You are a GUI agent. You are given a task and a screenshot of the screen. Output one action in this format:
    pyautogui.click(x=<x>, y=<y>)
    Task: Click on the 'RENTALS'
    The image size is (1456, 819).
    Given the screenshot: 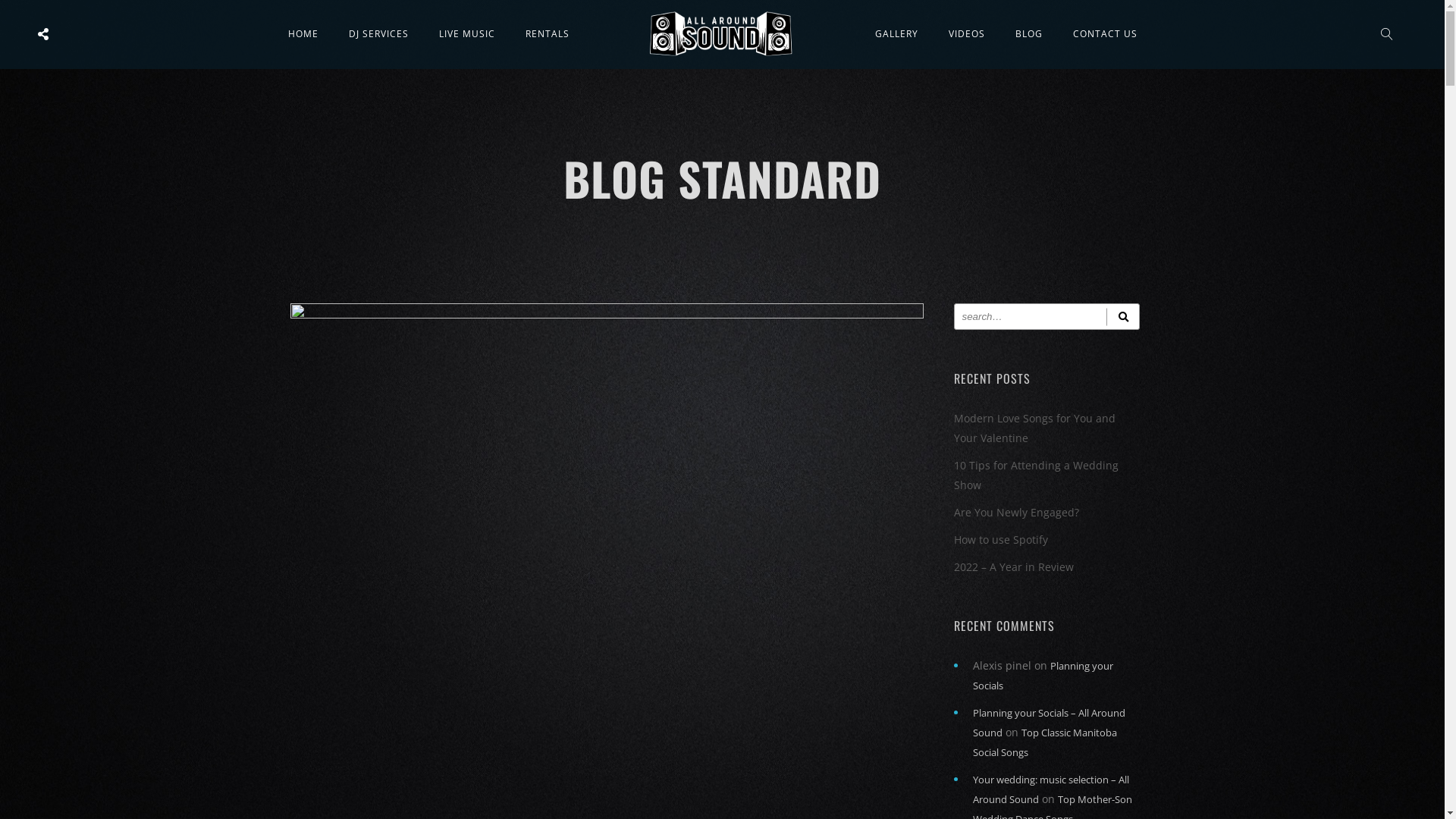 What is the action you would take?
    pyautogui.click(x=546, y=33)
    